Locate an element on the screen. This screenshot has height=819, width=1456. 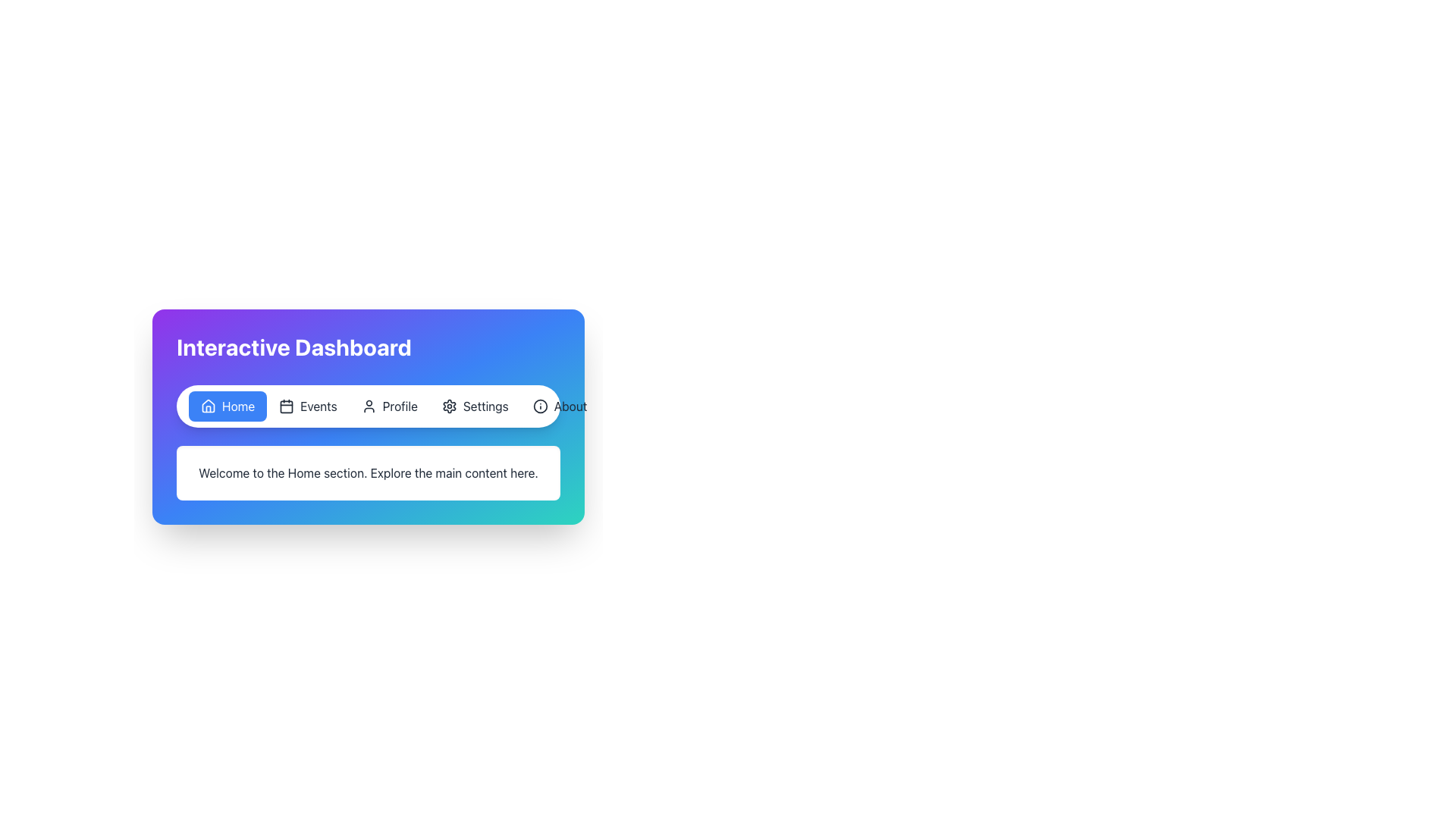
the settings icon located in the navigation bar adjacent to the 'Settings' text label is located at coordinates (448, 406).